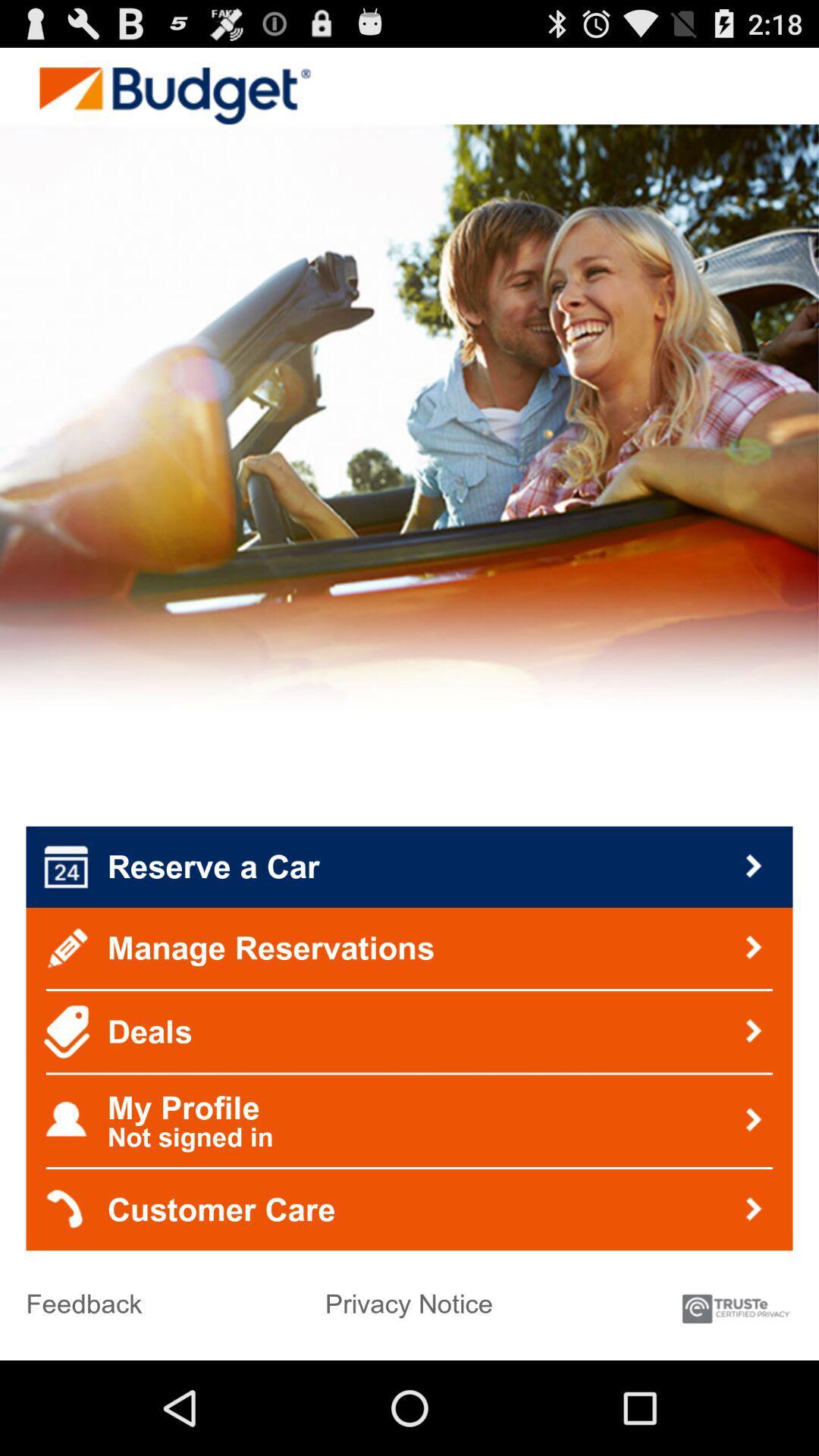 Image resolution: width=819 pixels, height=1456 pixels. Describe the element at coordinates (734, 1301) in the screenshot. I see `icon next to the privacy notice icon` at that location.